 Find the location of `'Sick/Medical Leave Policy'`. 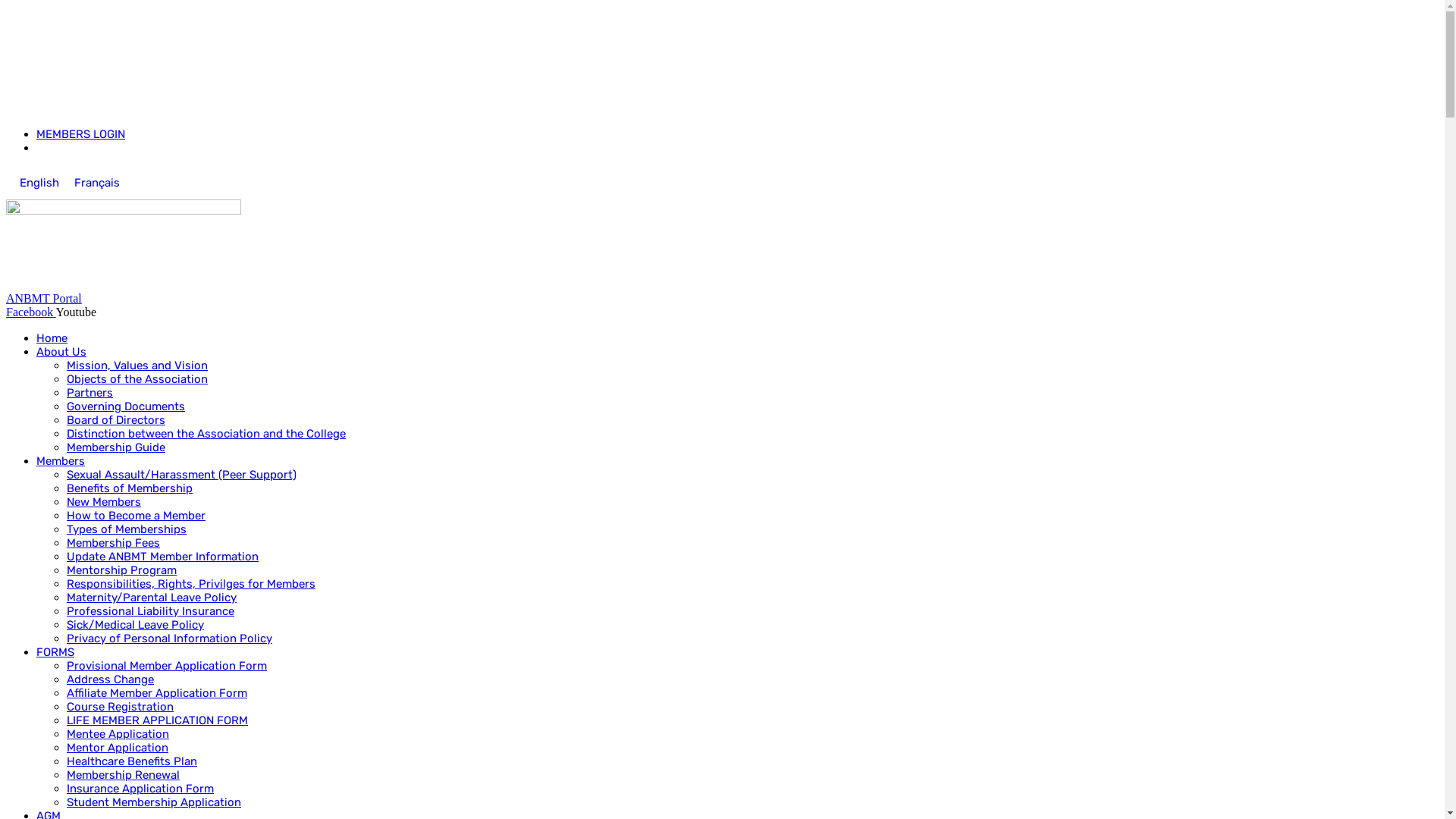

'Sick/Medical Leave Policy' is located at coordinates (135, 625).